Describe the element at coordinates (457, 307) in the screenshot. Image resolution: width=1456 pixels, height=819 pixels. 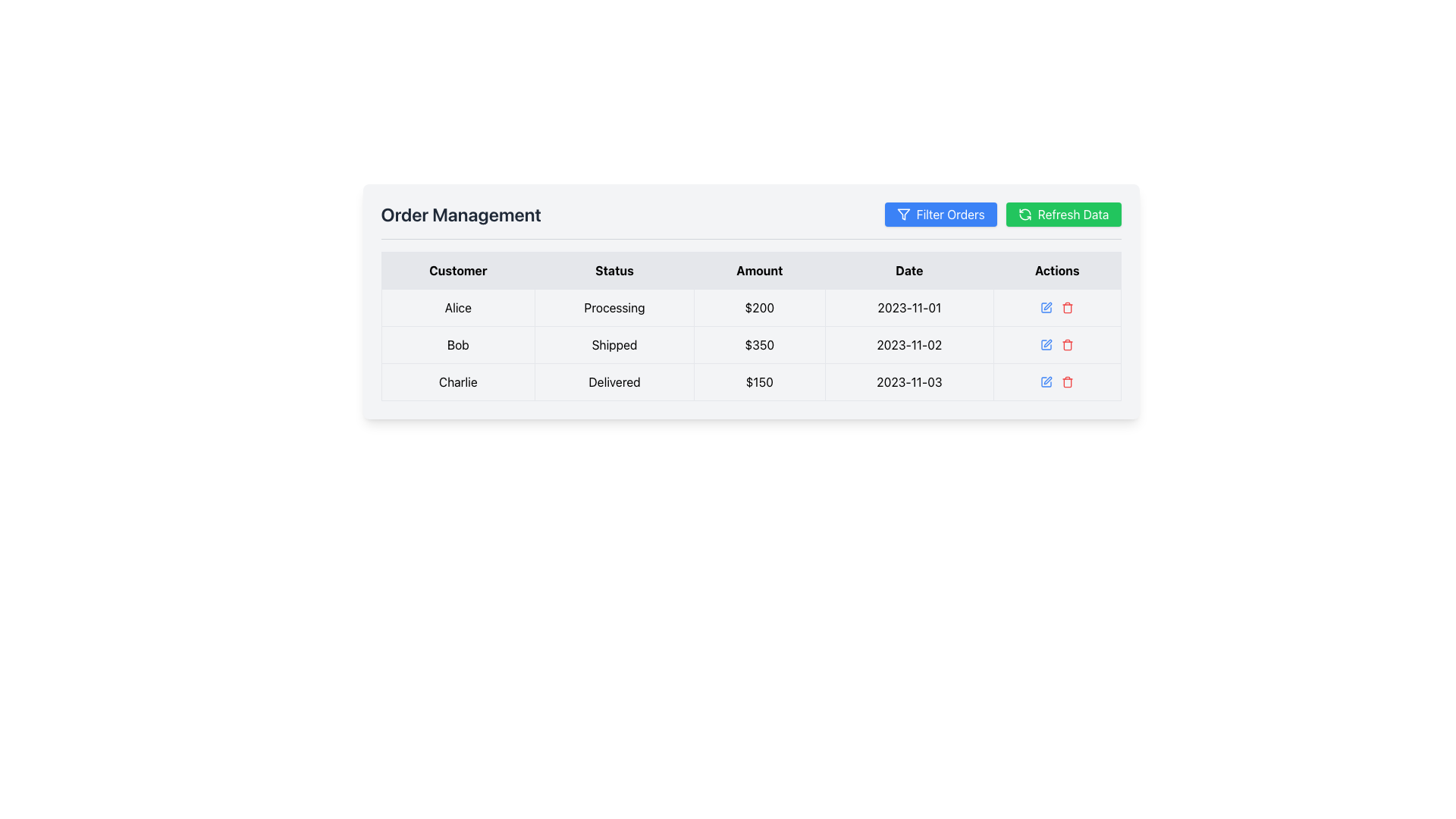
I see `the text label displaying 'Alice' in the first row under the 'Customer' column of the table` at that location.